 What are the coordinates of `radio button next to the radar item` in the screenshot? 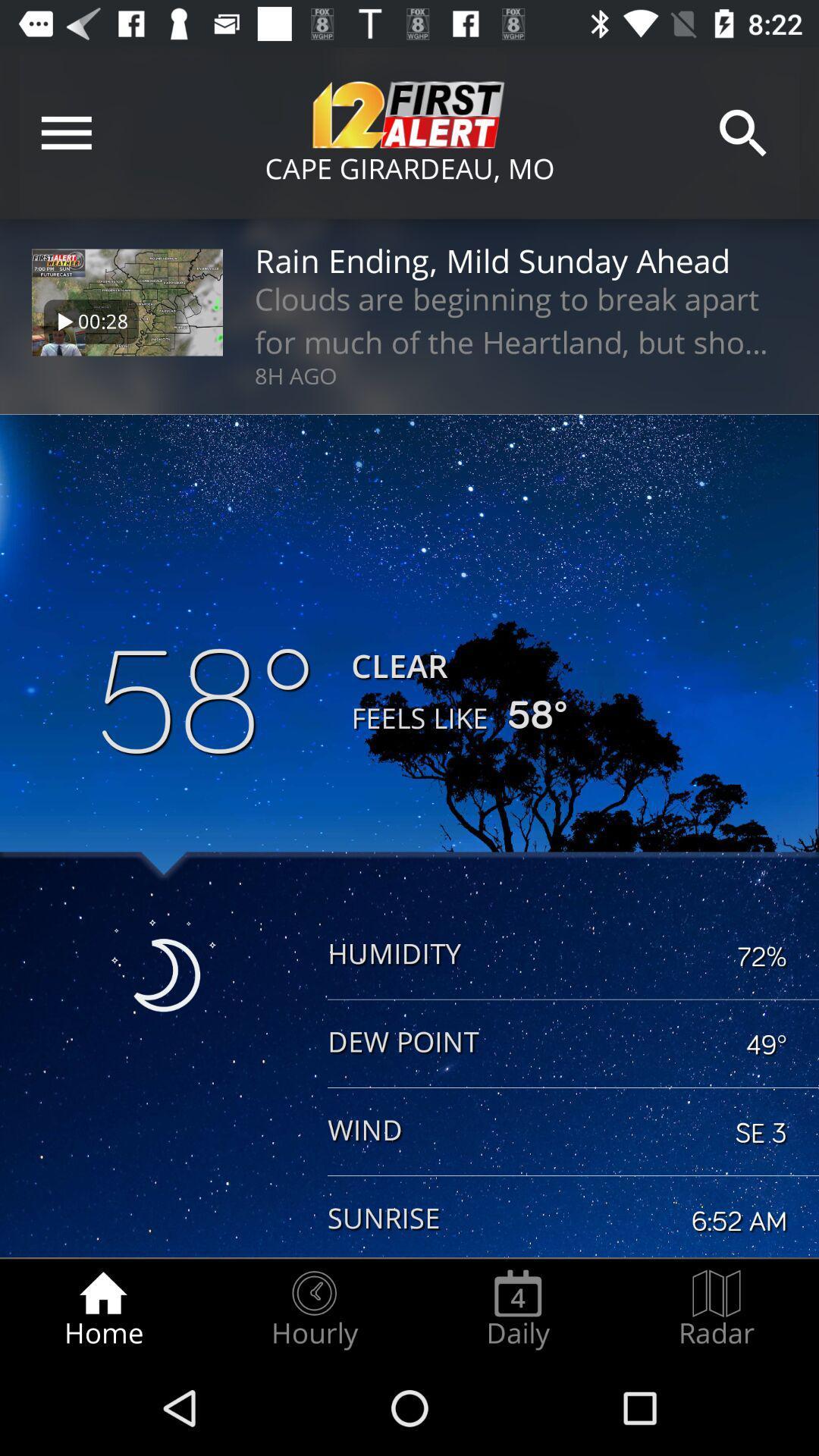 It's located at (517, 1309).